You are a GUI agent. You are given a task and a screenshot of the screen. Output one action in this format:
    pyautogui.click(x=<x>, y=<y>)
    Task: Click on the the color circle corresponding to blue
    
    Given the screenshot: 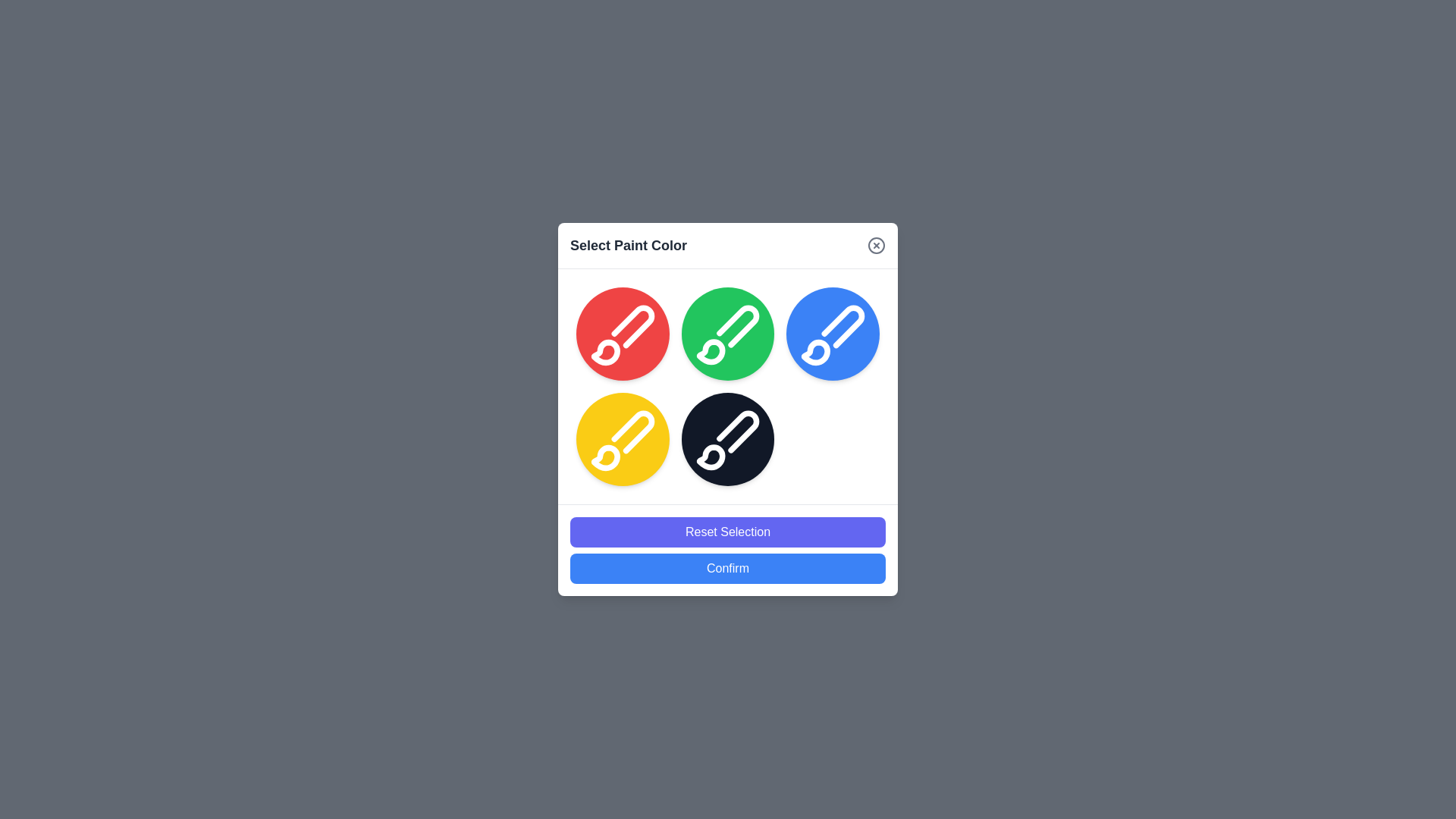 What is the action you would take?
    pyautogui.click(x=833, y=332)
    